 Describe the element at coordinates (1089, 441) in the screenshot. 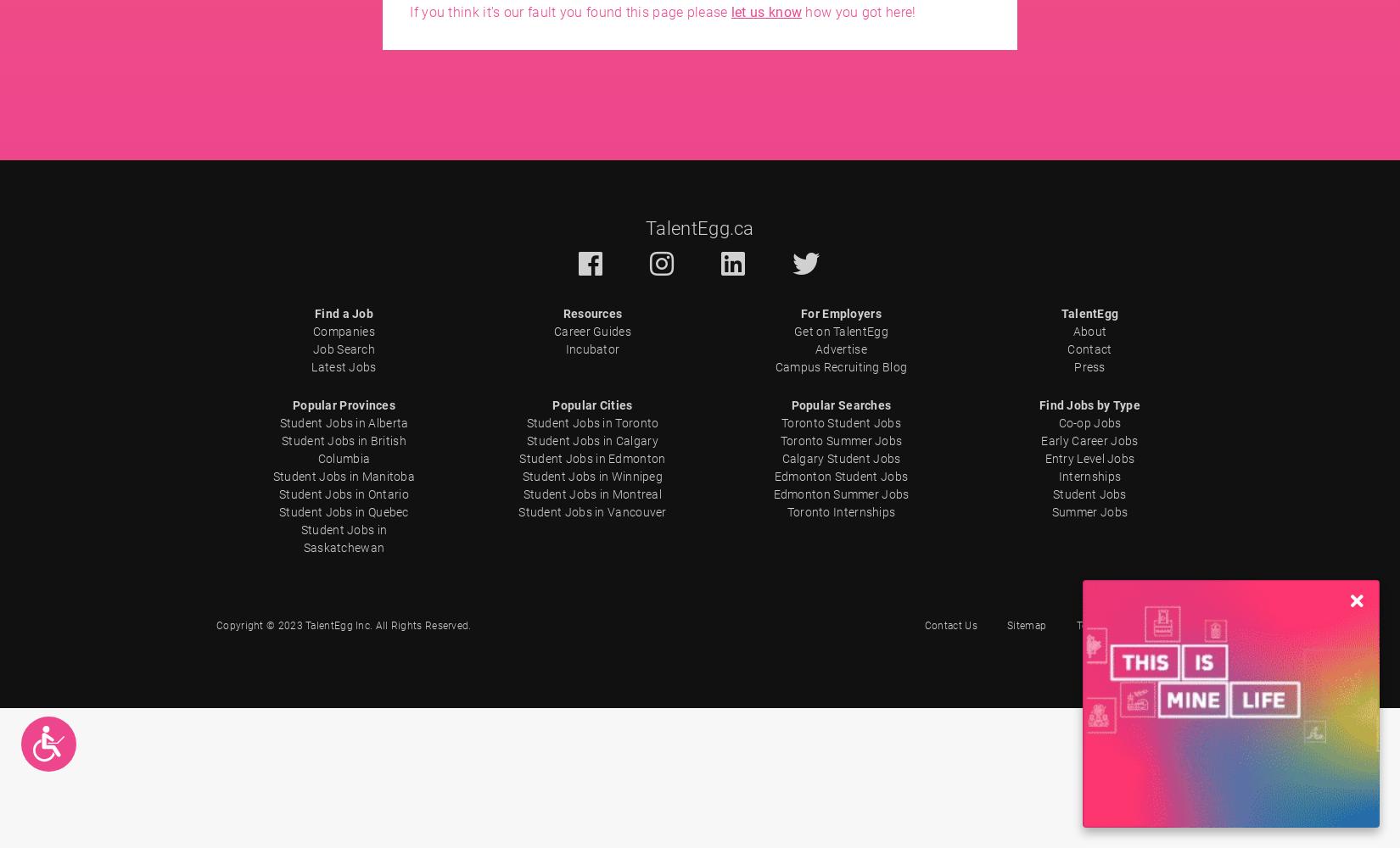

I see `'Early Career Jobs'` at that location.